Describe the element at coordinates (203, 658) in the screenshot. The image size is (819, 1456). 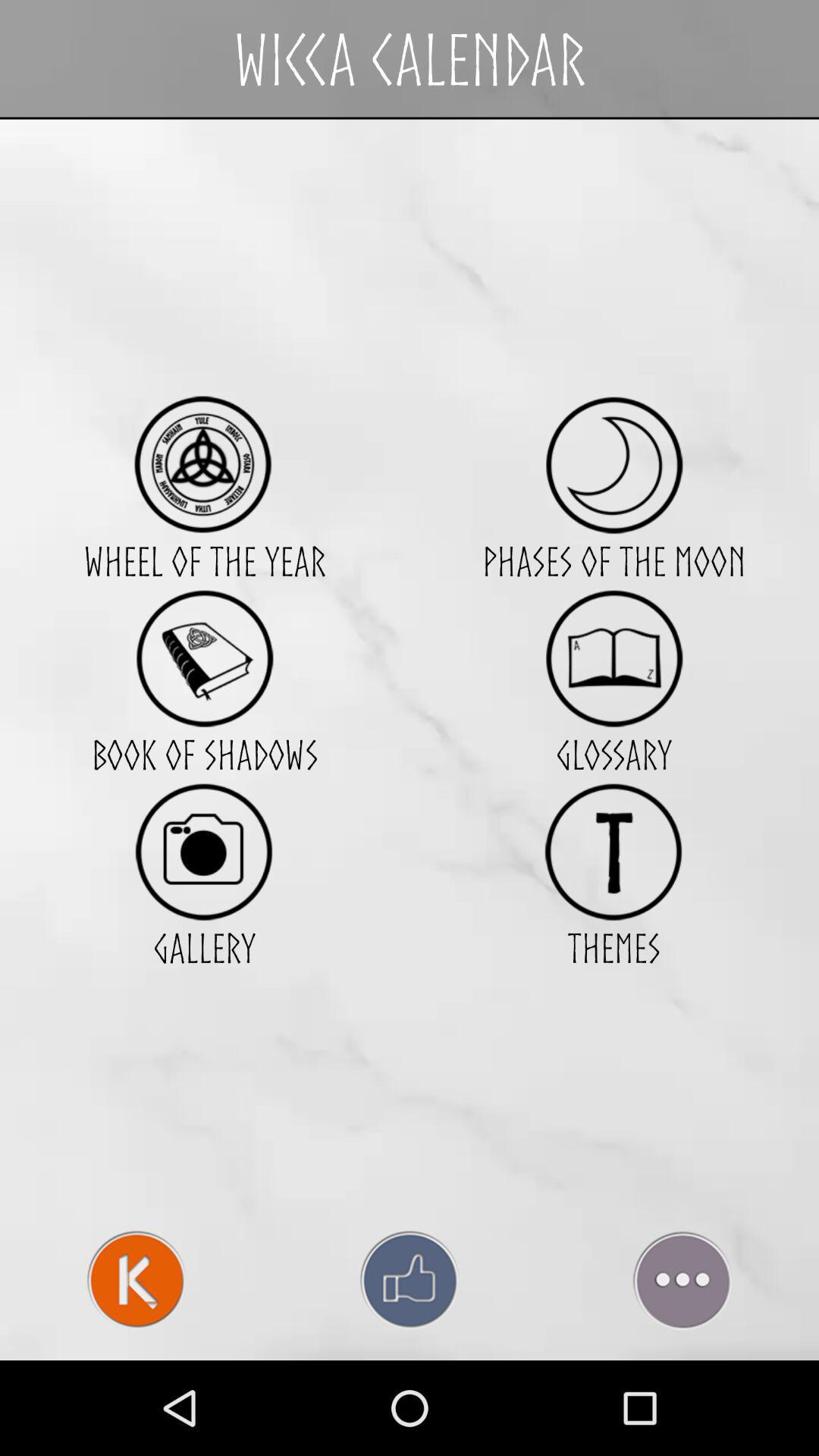
I see `the icon next to the phases of the app` at that location.